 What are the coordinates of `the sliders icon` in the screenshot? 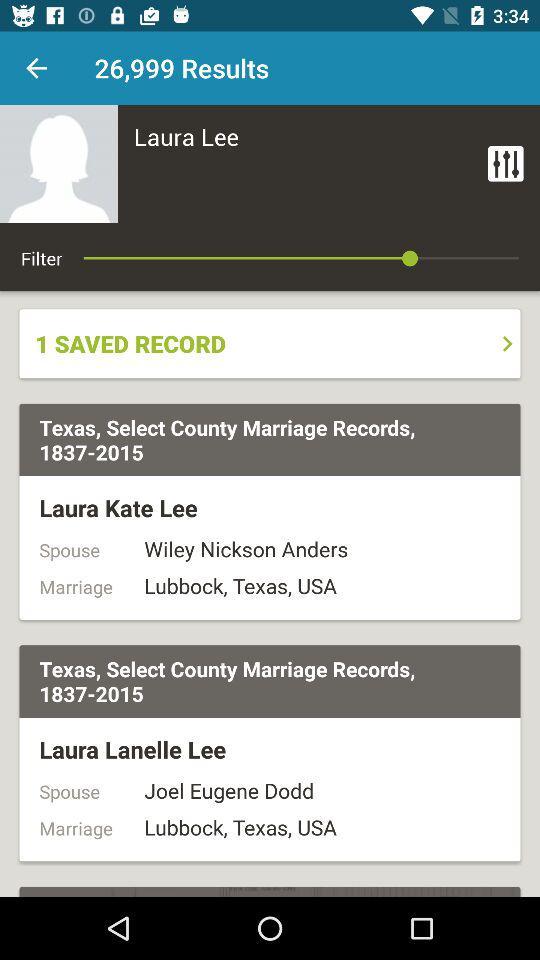 It's located at (504, 162).